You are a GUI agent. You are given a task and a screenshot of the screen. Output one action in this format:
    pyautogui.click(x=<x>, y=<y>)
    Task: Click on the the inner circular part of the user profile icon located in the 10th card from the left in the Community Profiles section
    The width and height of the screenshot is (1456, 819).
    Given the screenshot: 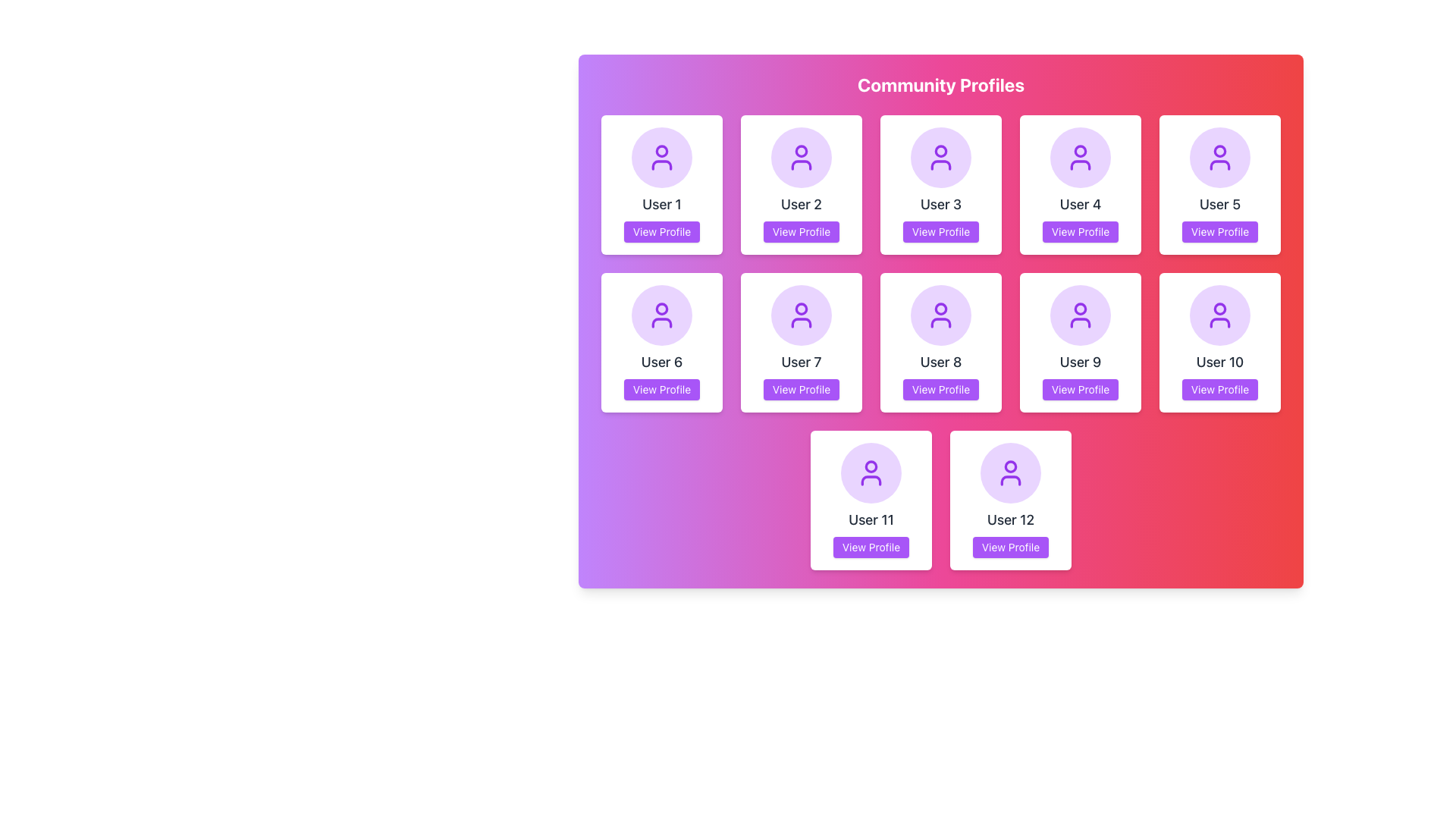 What is the action you would take?
    pyautogui.click(x=1219, y=308)
    